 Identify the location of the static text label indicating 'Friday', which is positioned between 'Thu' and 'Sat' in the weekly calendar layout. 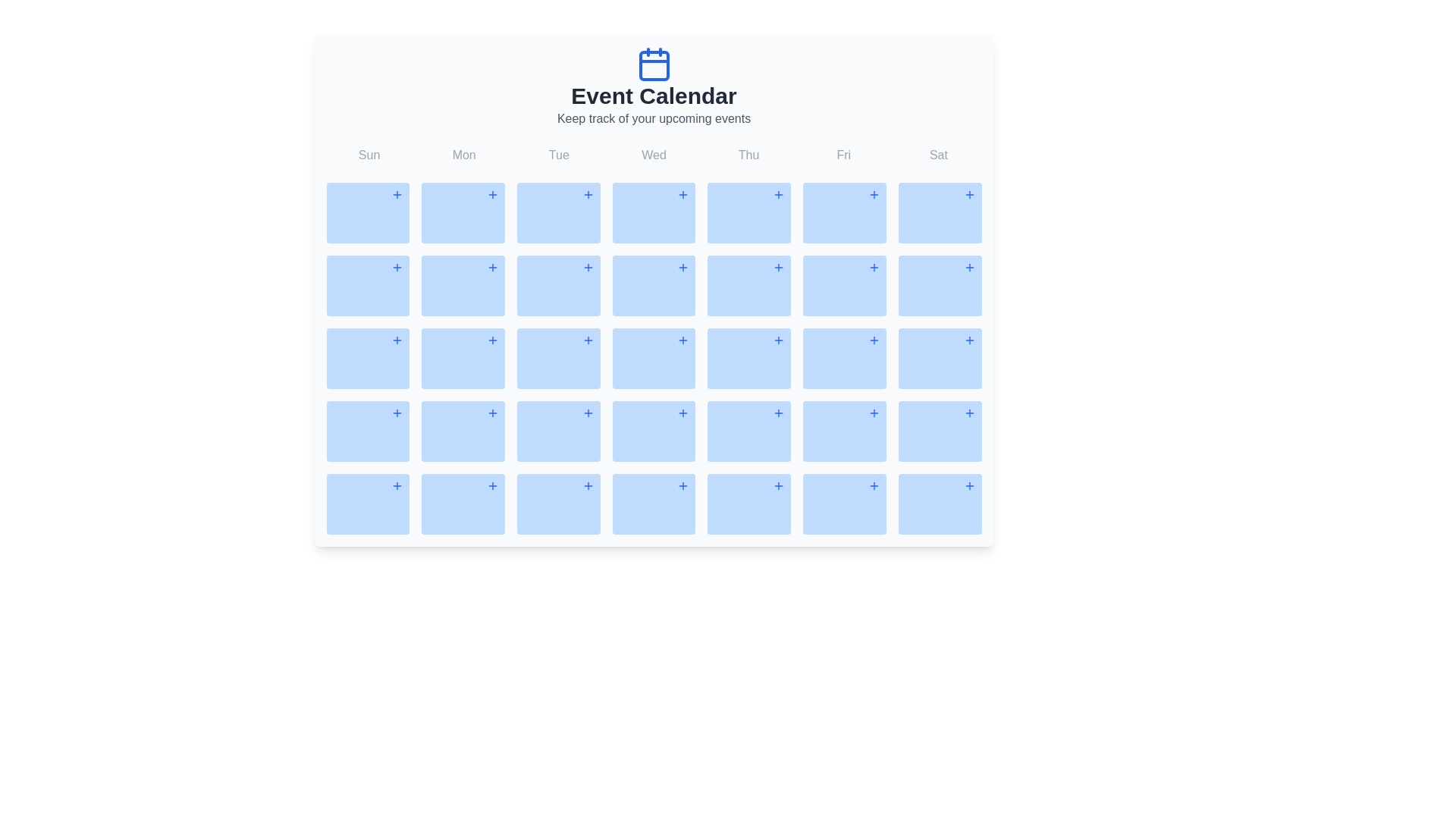
(843, 155).